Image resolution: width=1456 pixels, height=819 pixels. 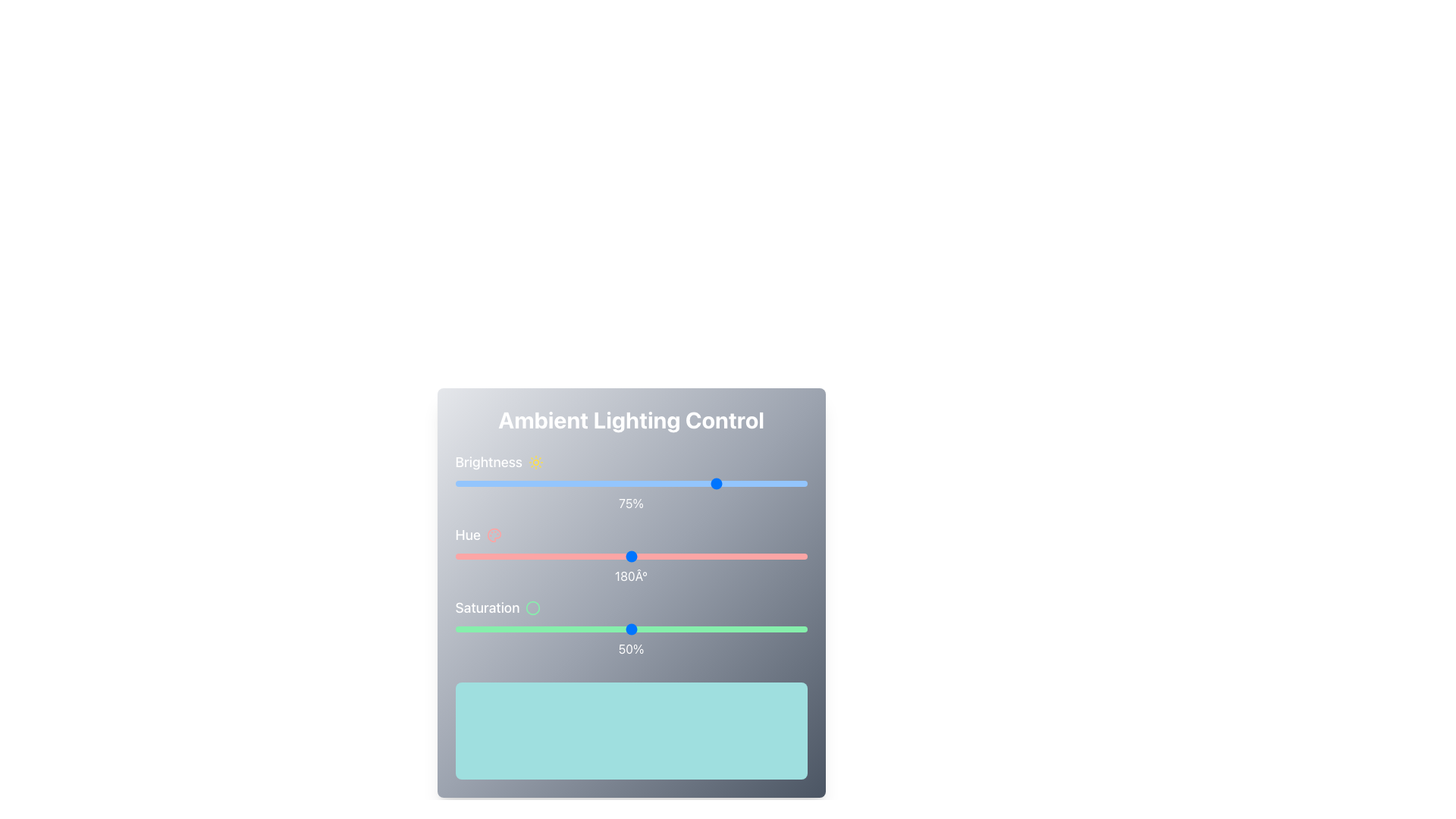 I want to click on hue, so click(x=619, y=556).